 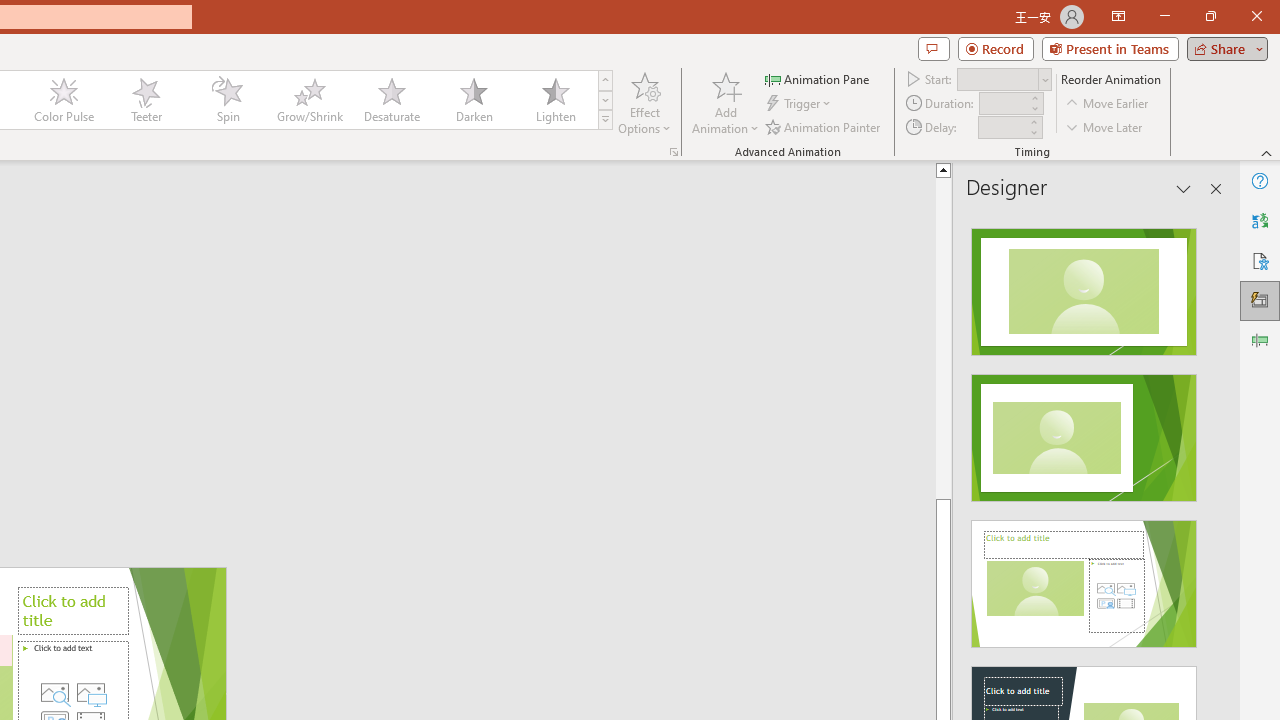 I want to click on 'Minimize', so click(x=1164, y=16).